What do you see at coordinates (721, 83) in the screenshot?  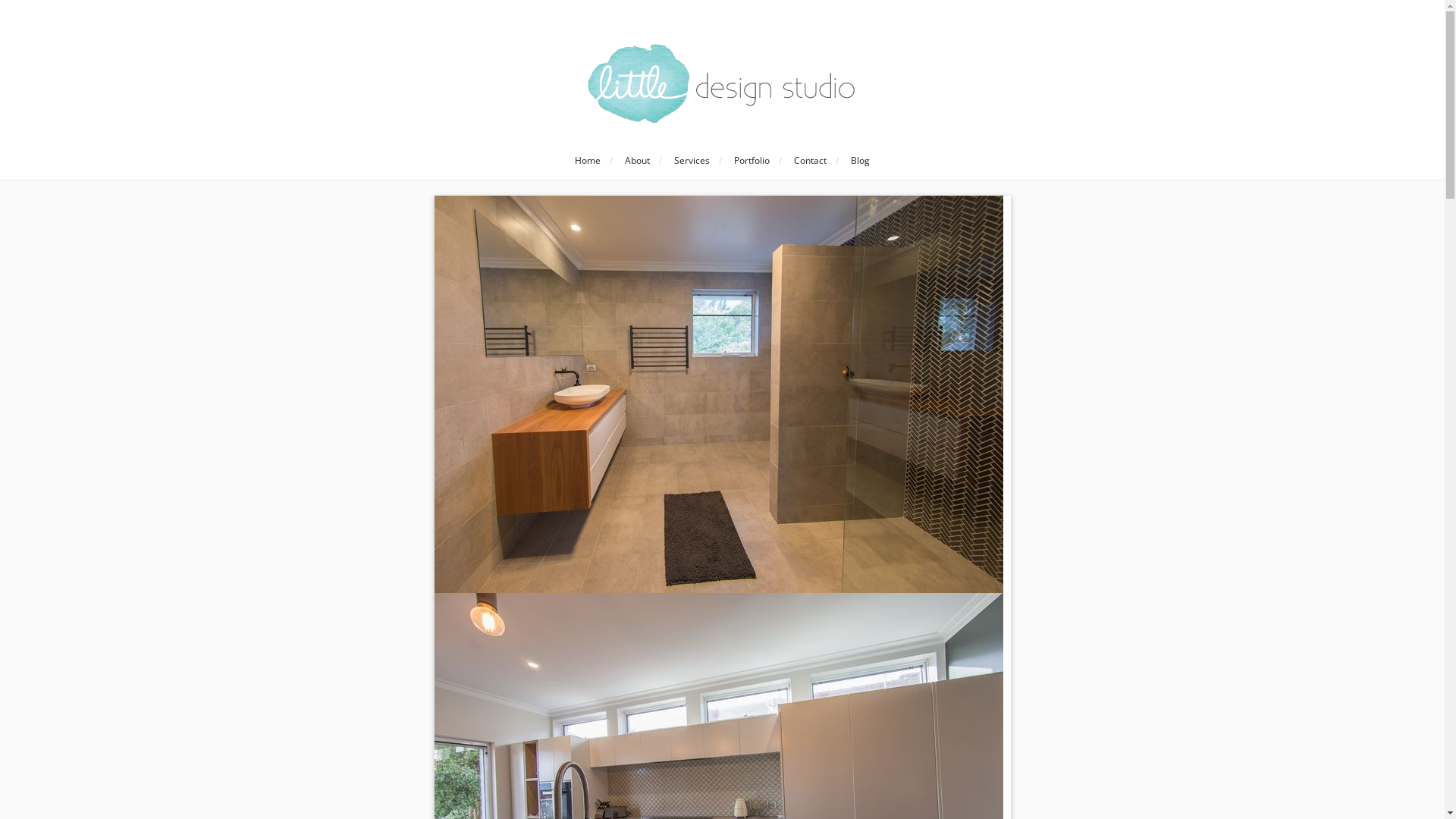 I see `'Little Design Studio'` at bounding box center [721, 83].